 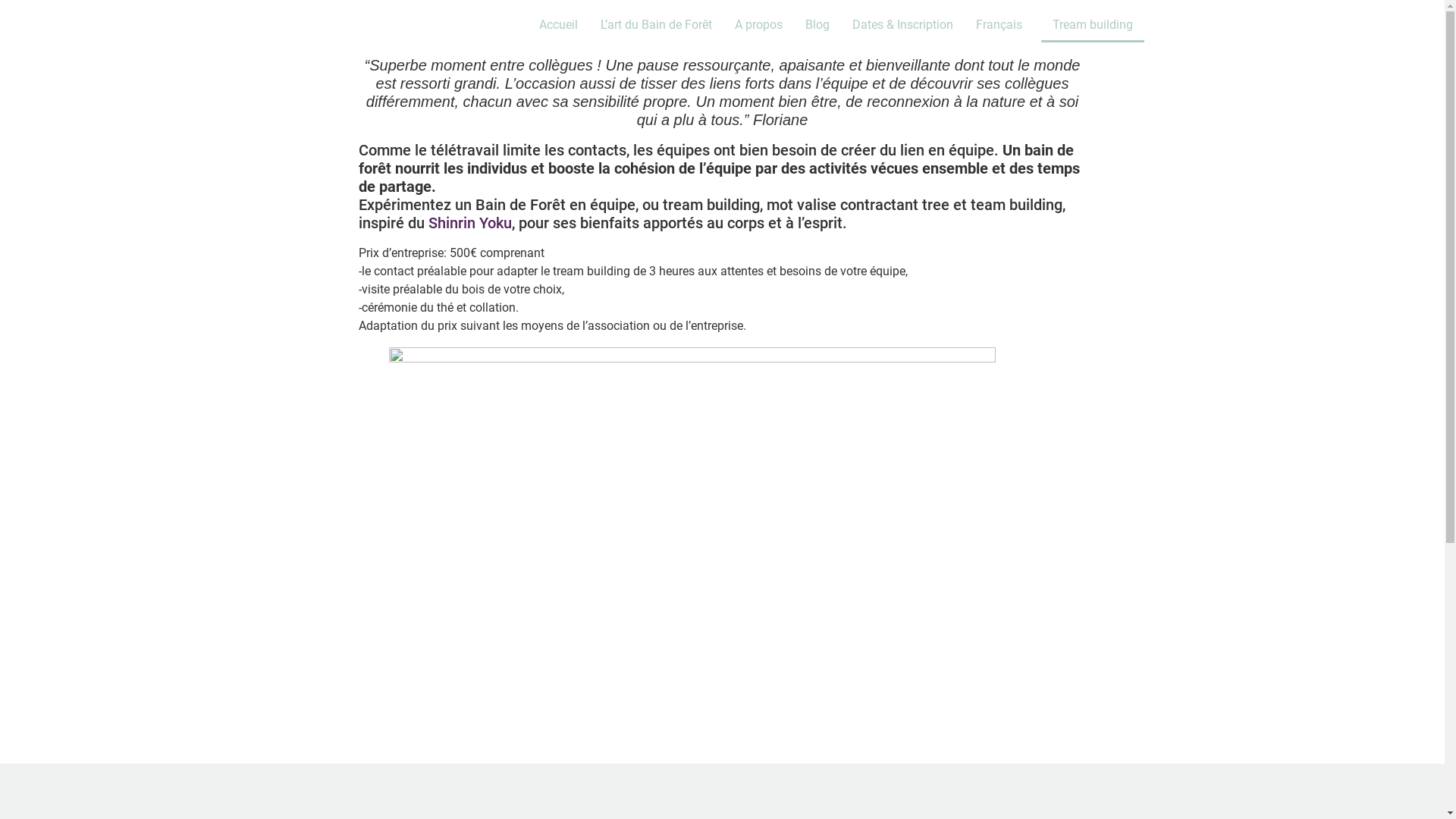 I want to click on 'Blog', so click(x=817, y=25).